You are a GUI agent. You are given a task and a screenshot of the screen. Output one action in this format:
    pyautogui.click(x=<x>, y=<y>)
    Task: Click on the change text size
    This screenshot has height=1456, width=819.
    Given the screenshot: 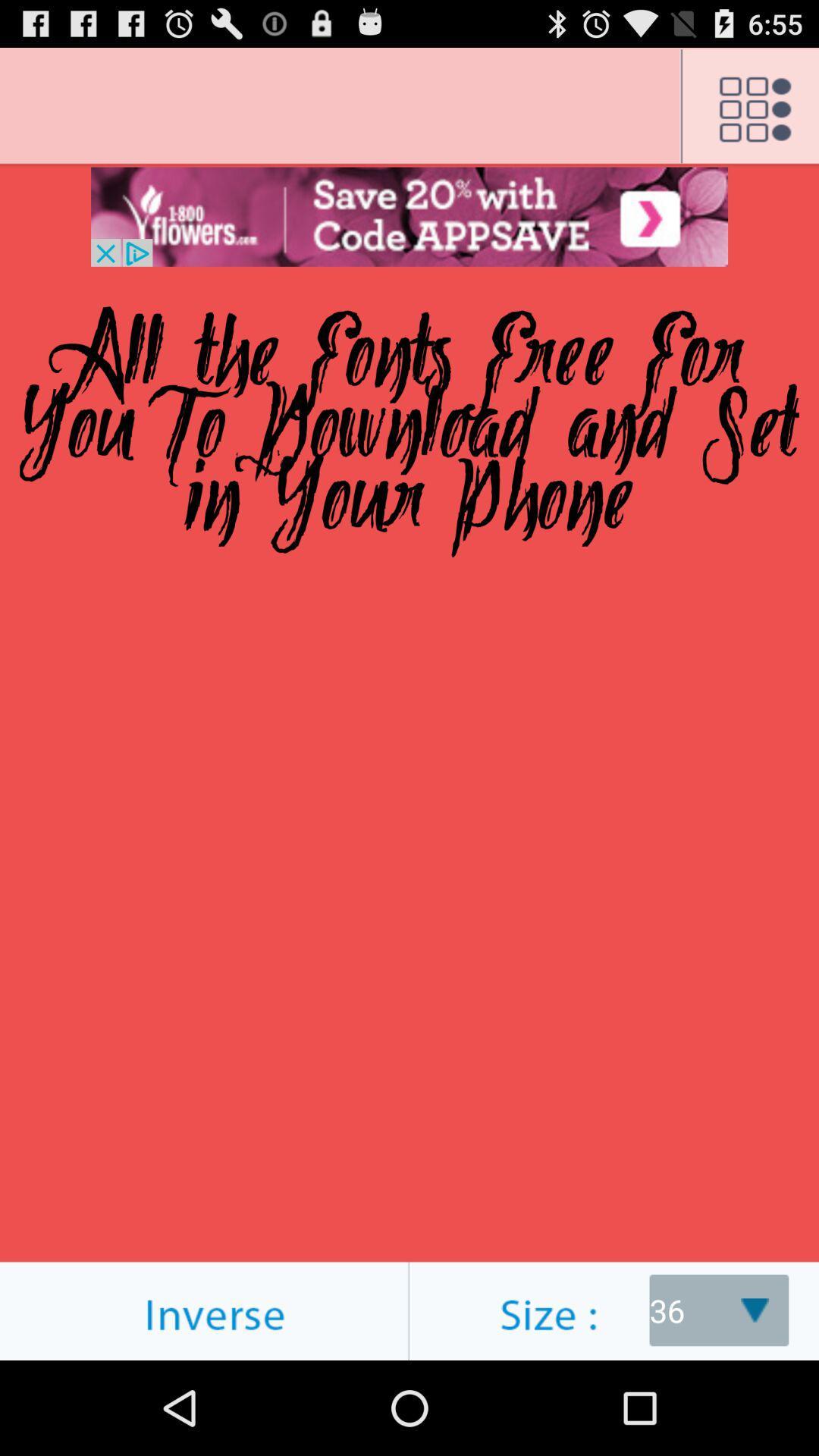 What is the action you would take?
    pyautogui.click(x=614, y=1310)
    